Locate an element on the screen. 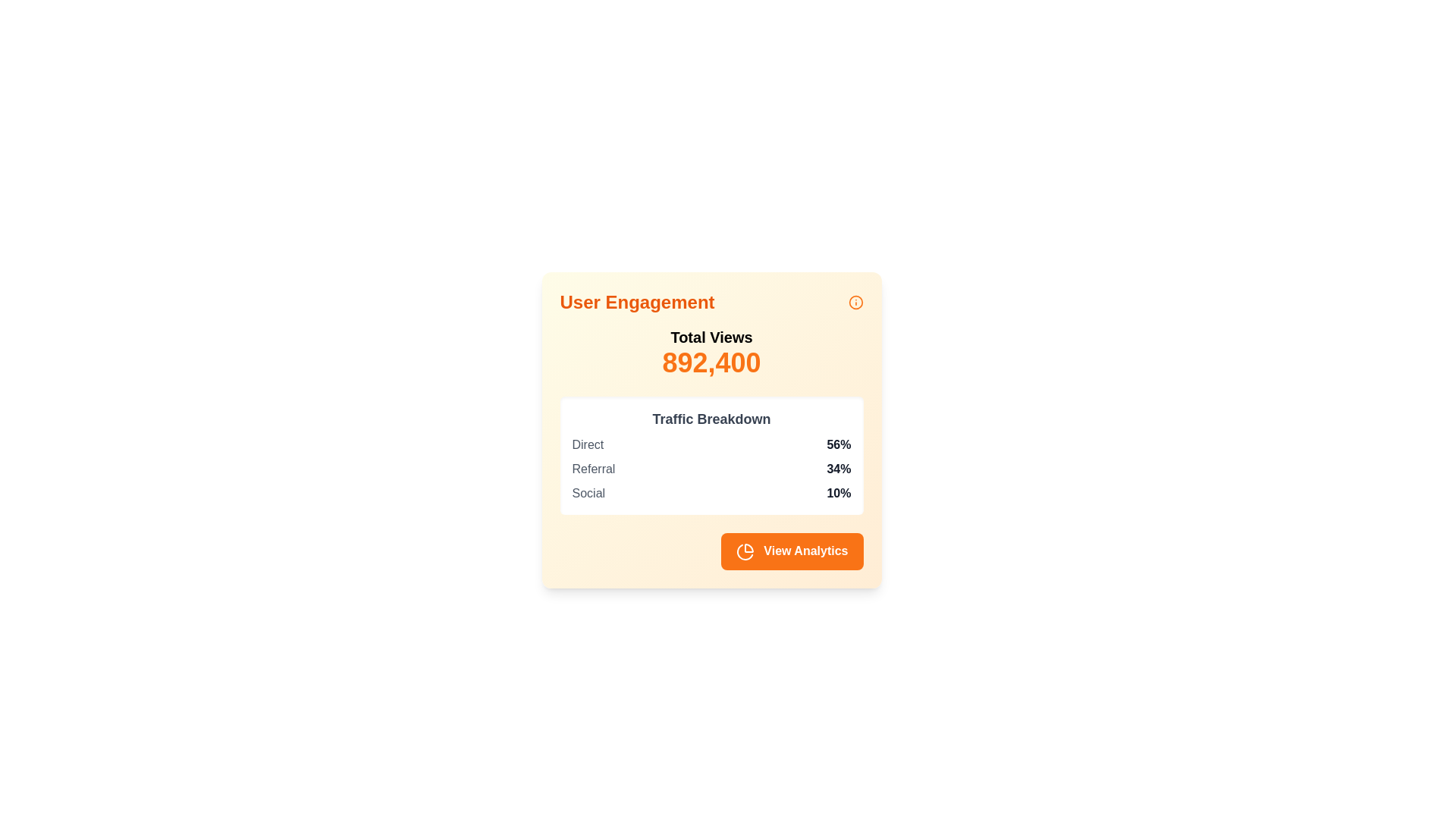  the Text Display element that shows the total number of views, which is visually prominent and located below the 'Total Views' label is located at coordinates (711, 362).